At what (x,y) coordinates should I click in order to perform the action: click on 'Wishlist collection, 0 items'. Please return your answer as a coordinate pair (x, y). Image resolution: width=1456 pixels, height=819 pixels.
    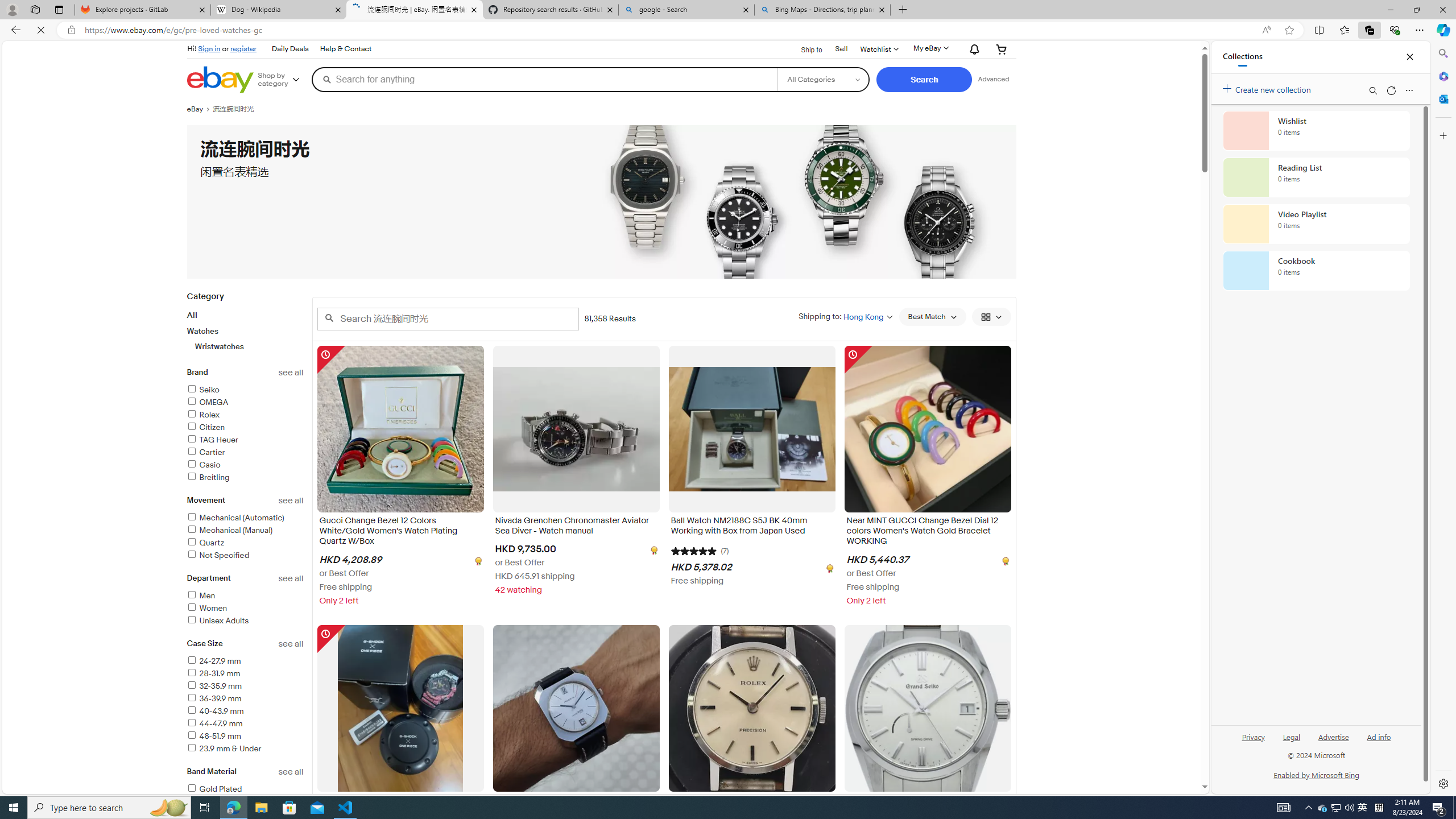
    Looking at the image, I should click on (1316, 130).